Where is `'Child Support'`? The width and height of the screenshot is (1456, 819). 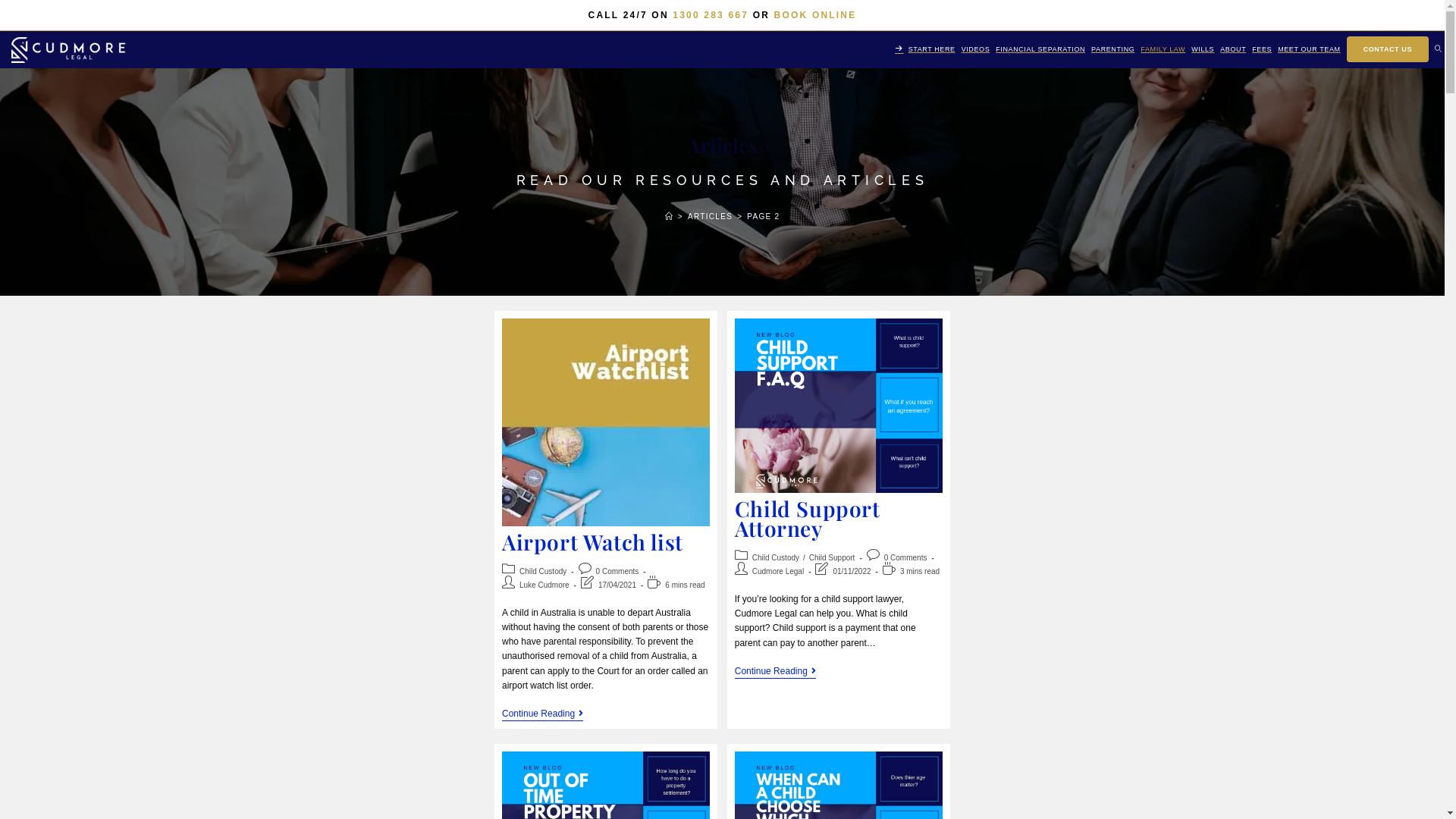
'Child Support' is located at coordinates (831, 557).